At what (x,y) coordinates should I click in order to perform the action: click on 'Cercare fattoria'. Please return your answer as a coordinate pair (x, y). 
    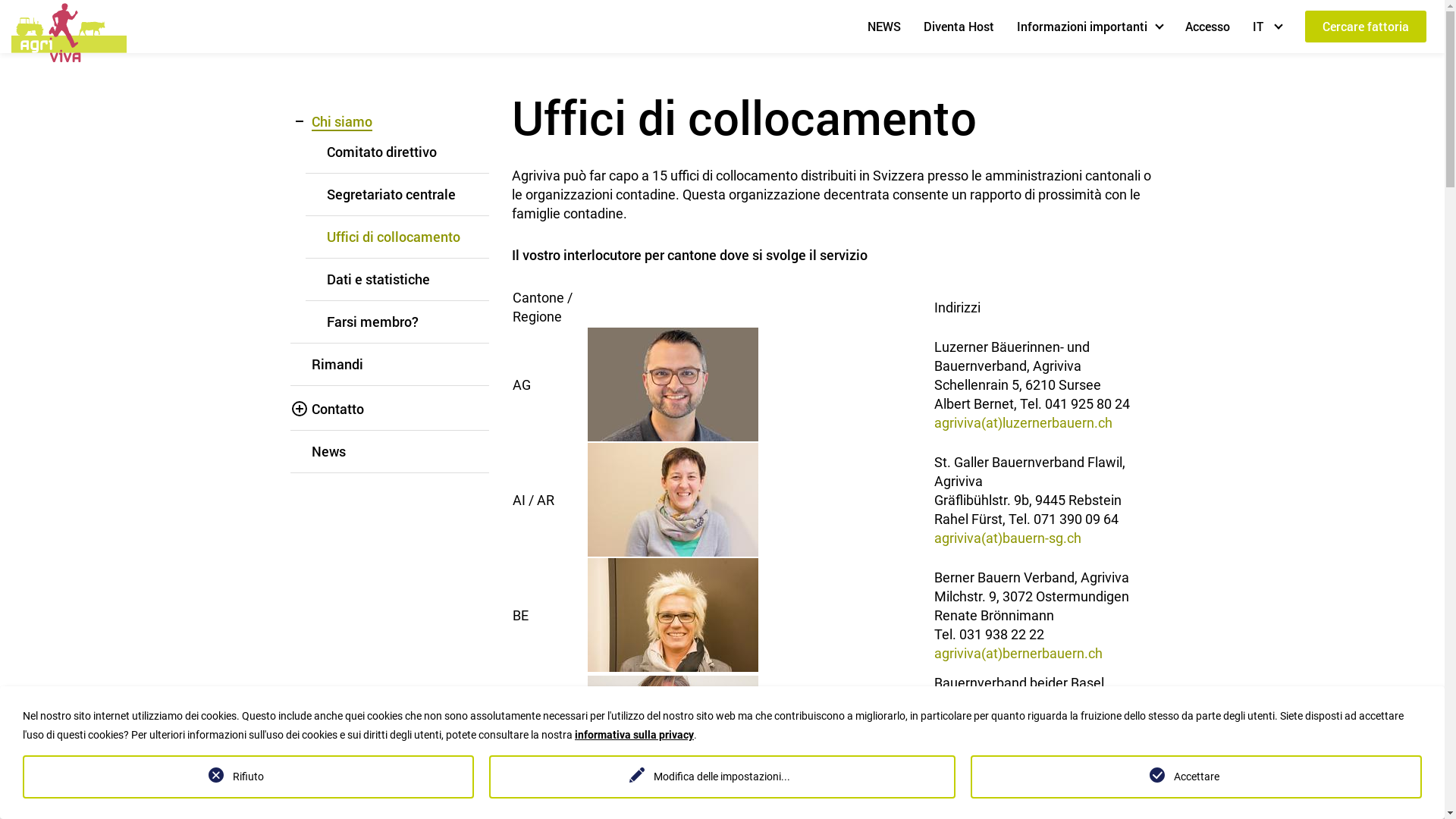
    Looking at the image, I should click on (1304, 26).